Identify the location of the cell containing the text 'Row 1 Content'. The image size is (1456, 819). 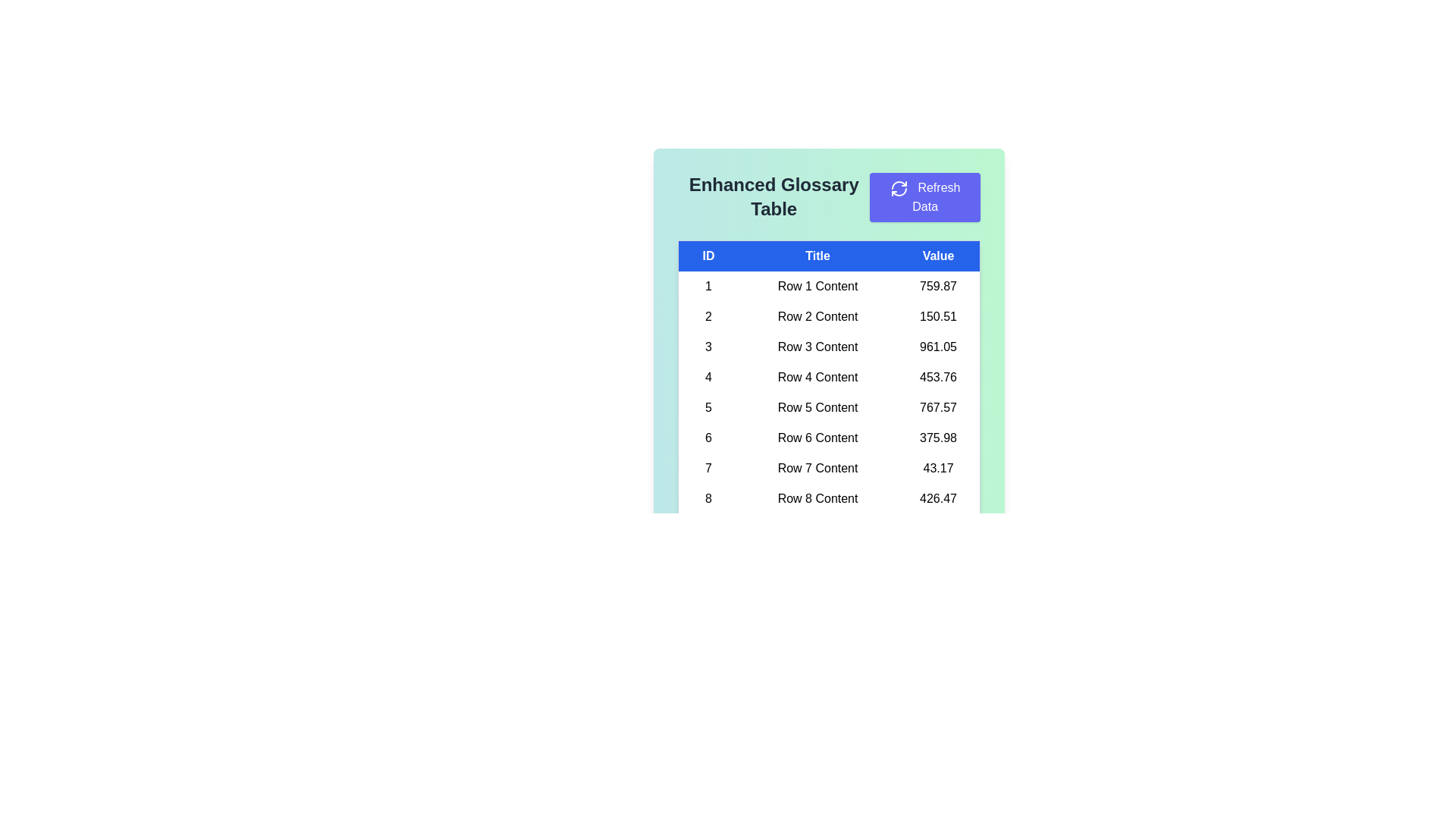
(817, 286).